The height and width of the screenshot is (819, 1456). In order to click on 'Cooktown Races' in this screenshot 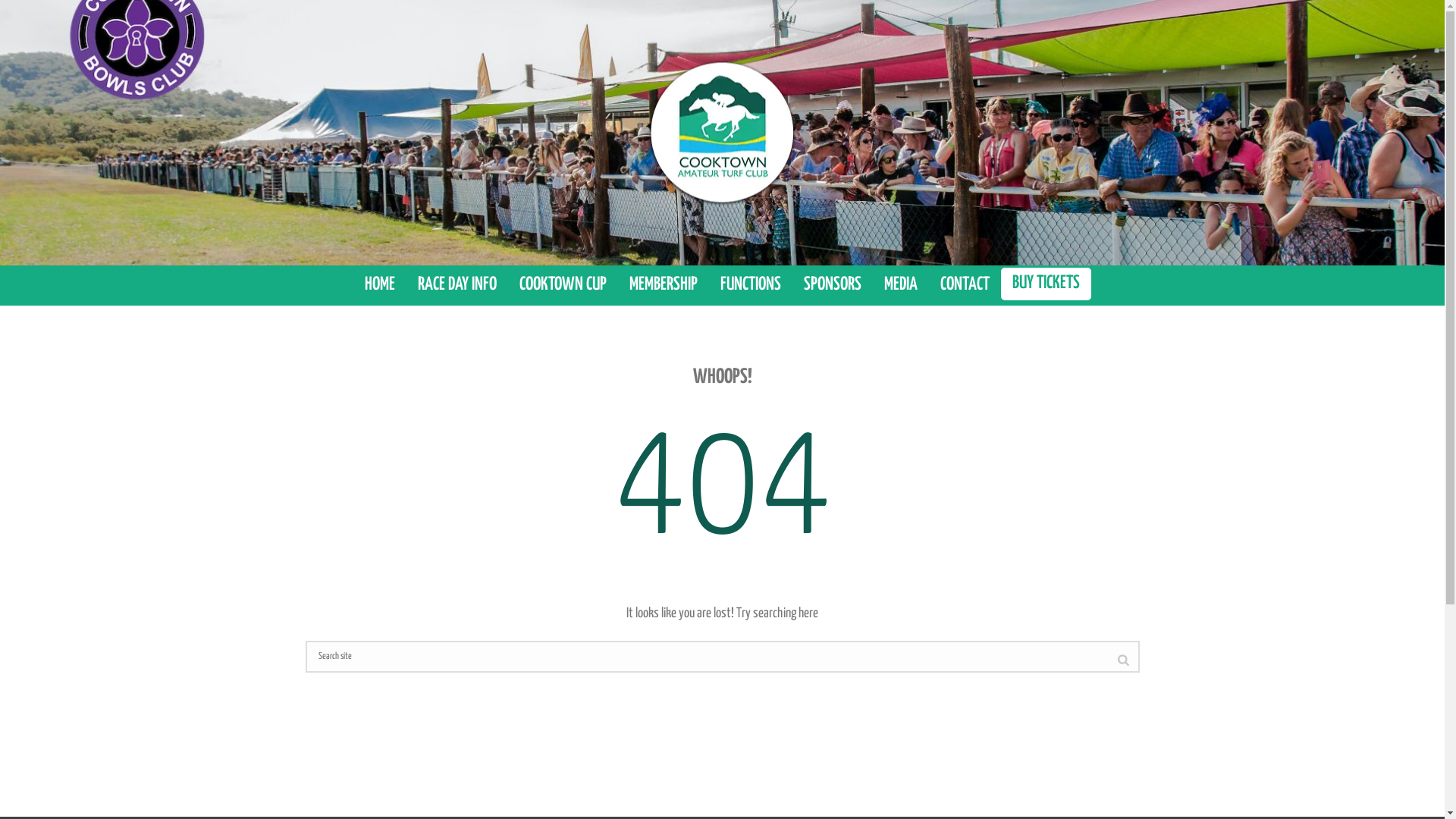, I will do `click(720, 131)`.